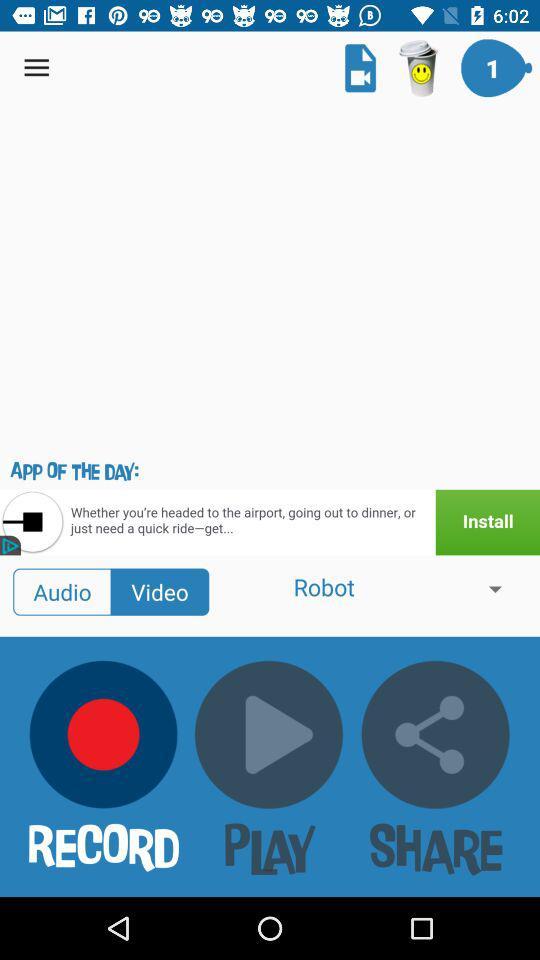 The image size is (540, 960). What do you see at coordinates (62, 592) in the screenshot?
I see `audio` at bounding box center [62, 592].